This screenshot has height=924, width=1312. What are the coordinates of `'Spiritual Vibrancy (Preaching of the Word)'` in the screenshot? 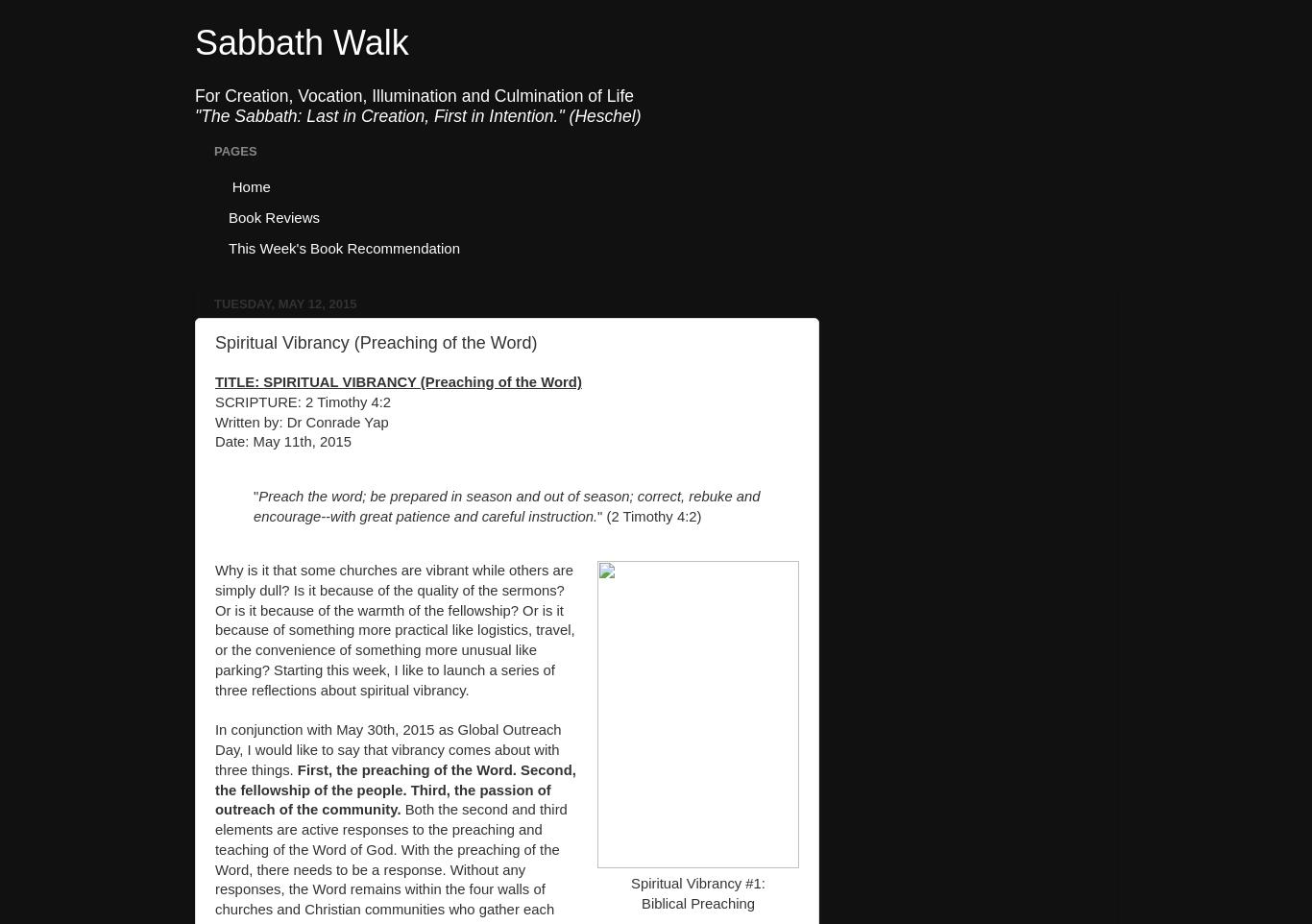 It's located at (375, 342).